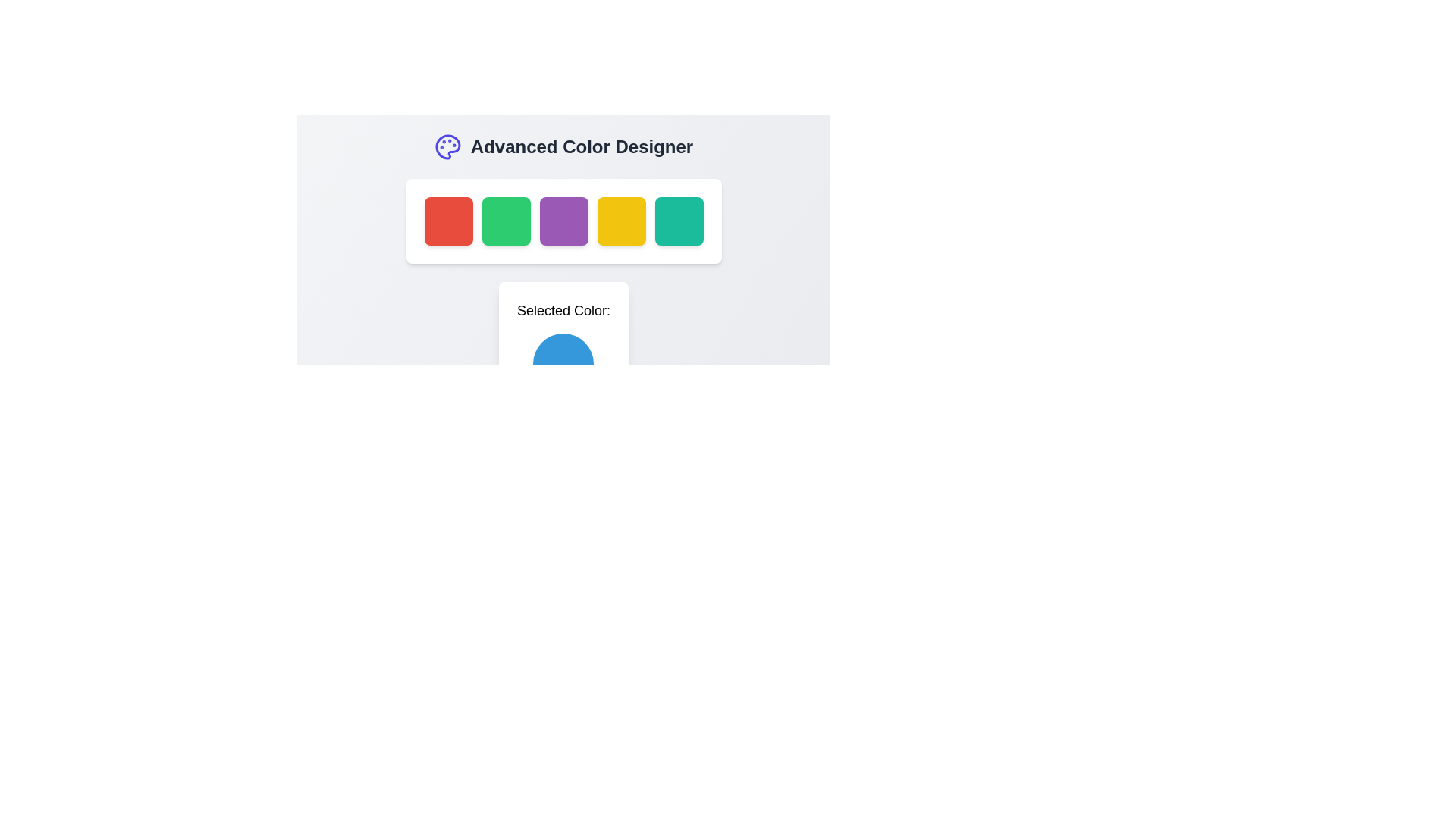  Describe the element at coordinates (563, 221) in the screenshot. I see `the third button in the horizontal row of six square buttons` at that location.